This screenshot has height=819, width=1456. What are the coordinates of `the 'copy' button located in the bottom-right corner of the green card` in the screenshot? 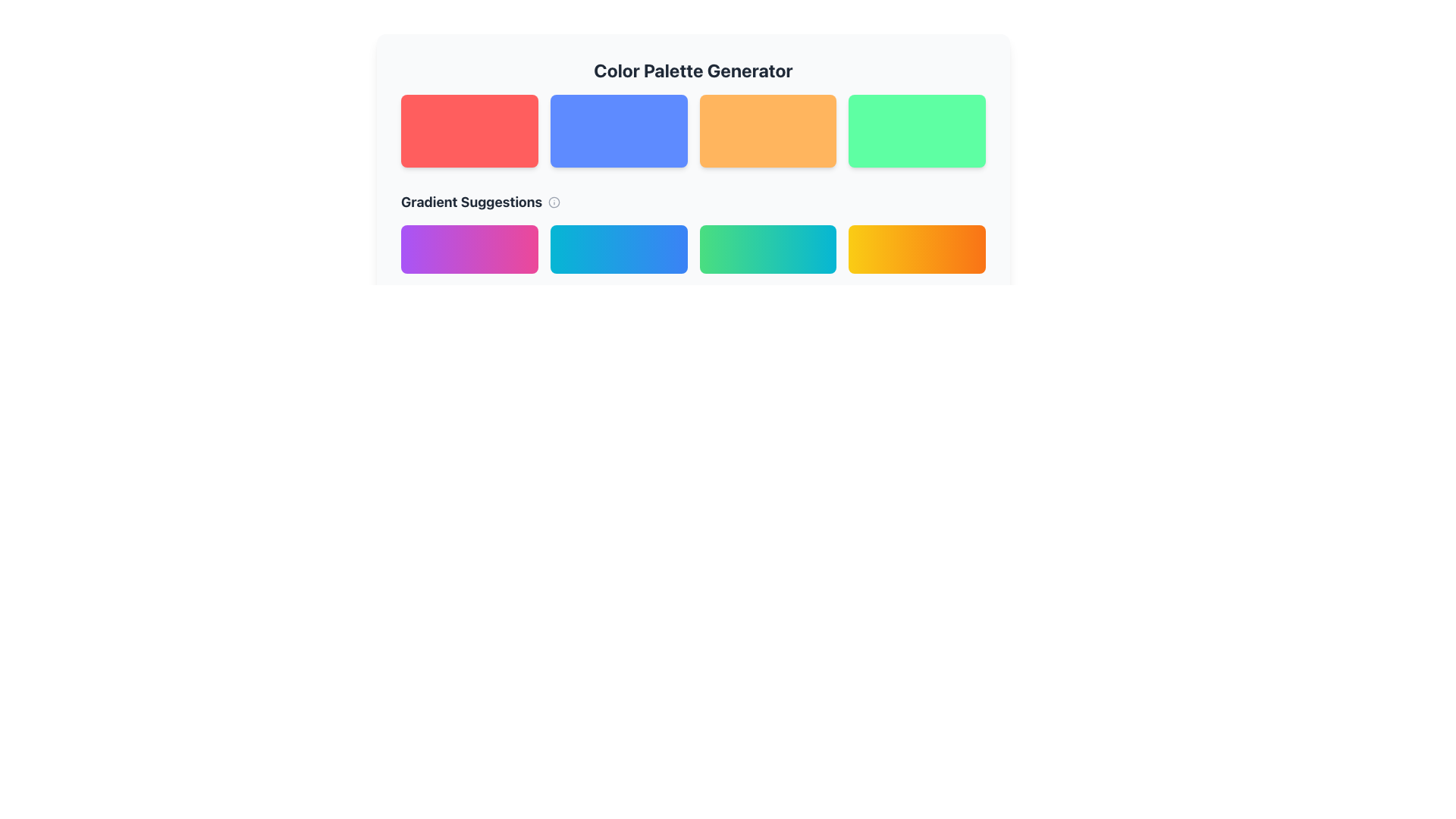 It's located at (949, 151).